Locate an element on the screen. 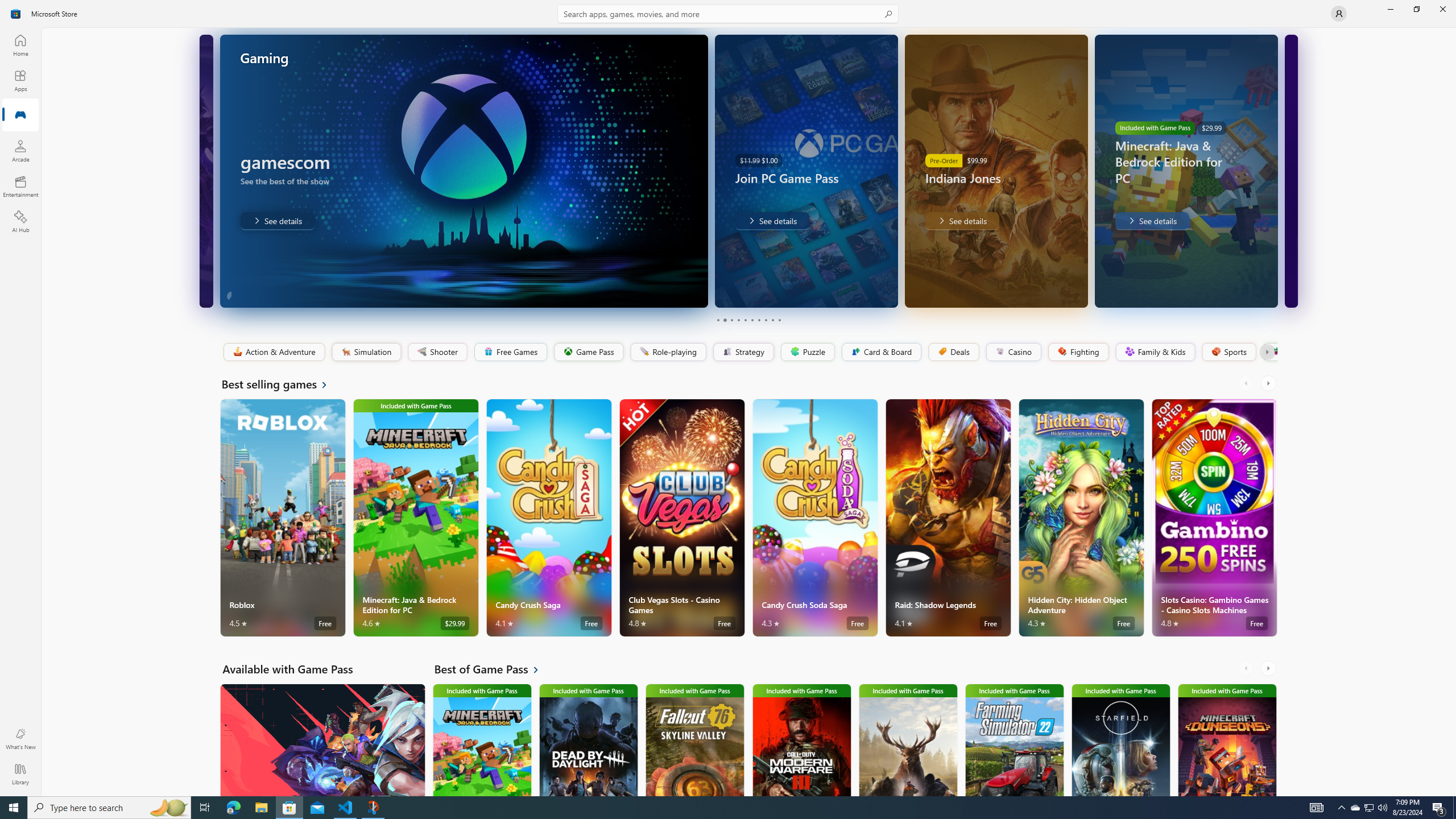 Image resolution: width=1456 pixels, height=819 pixels. 'Simulation' is located at coordinates (366, 351).